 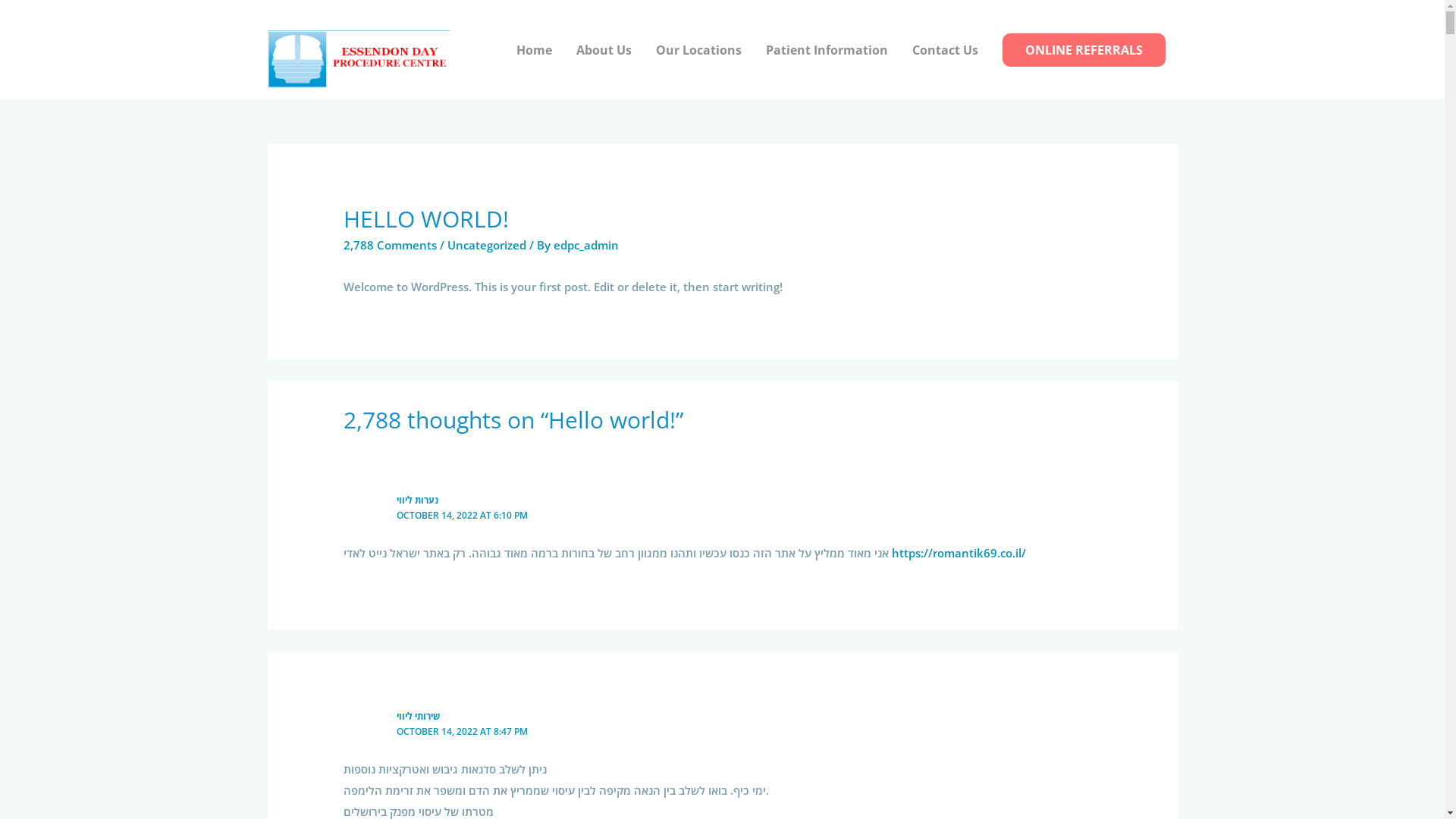 I want to click on 'ONLINE REFERRALS', so click(x=1083, y=49).